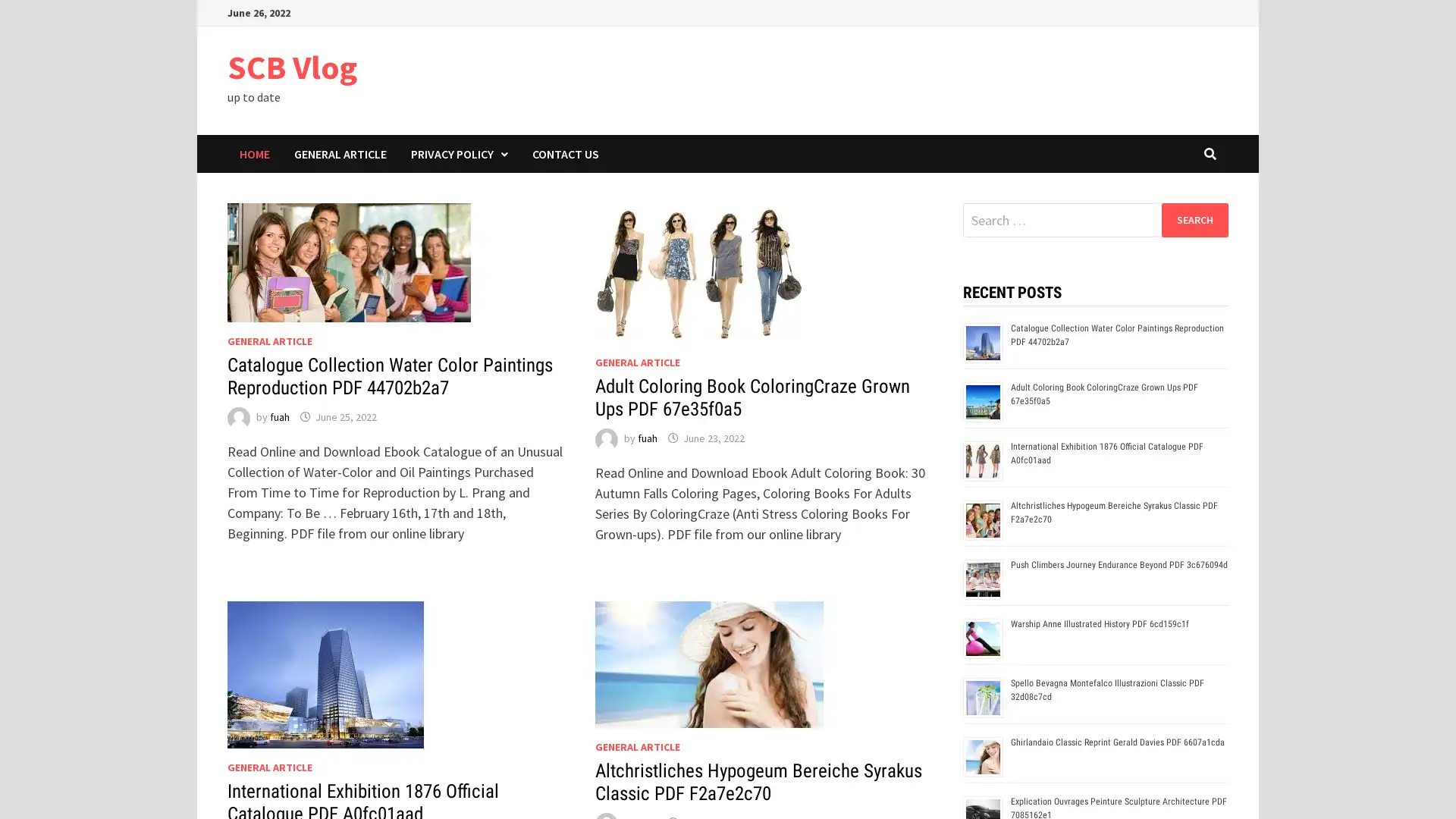 The width and height of the screenshot is (1456, 819). I want to click on Search, so click(1194, 219).